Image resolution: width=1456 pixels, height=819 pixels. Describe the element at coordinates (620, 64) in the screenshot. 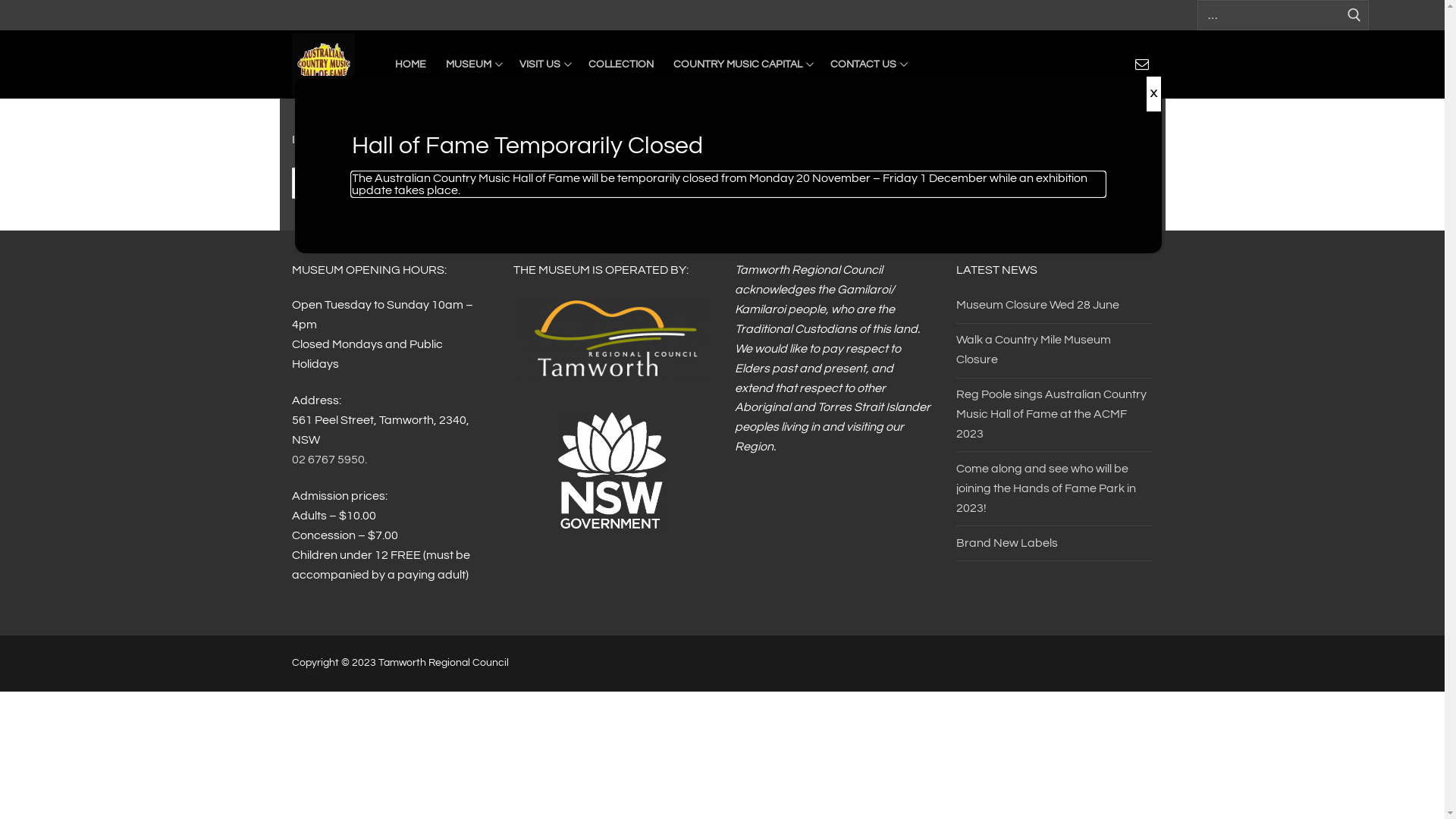

I see `'COLLECTION'` at that location.